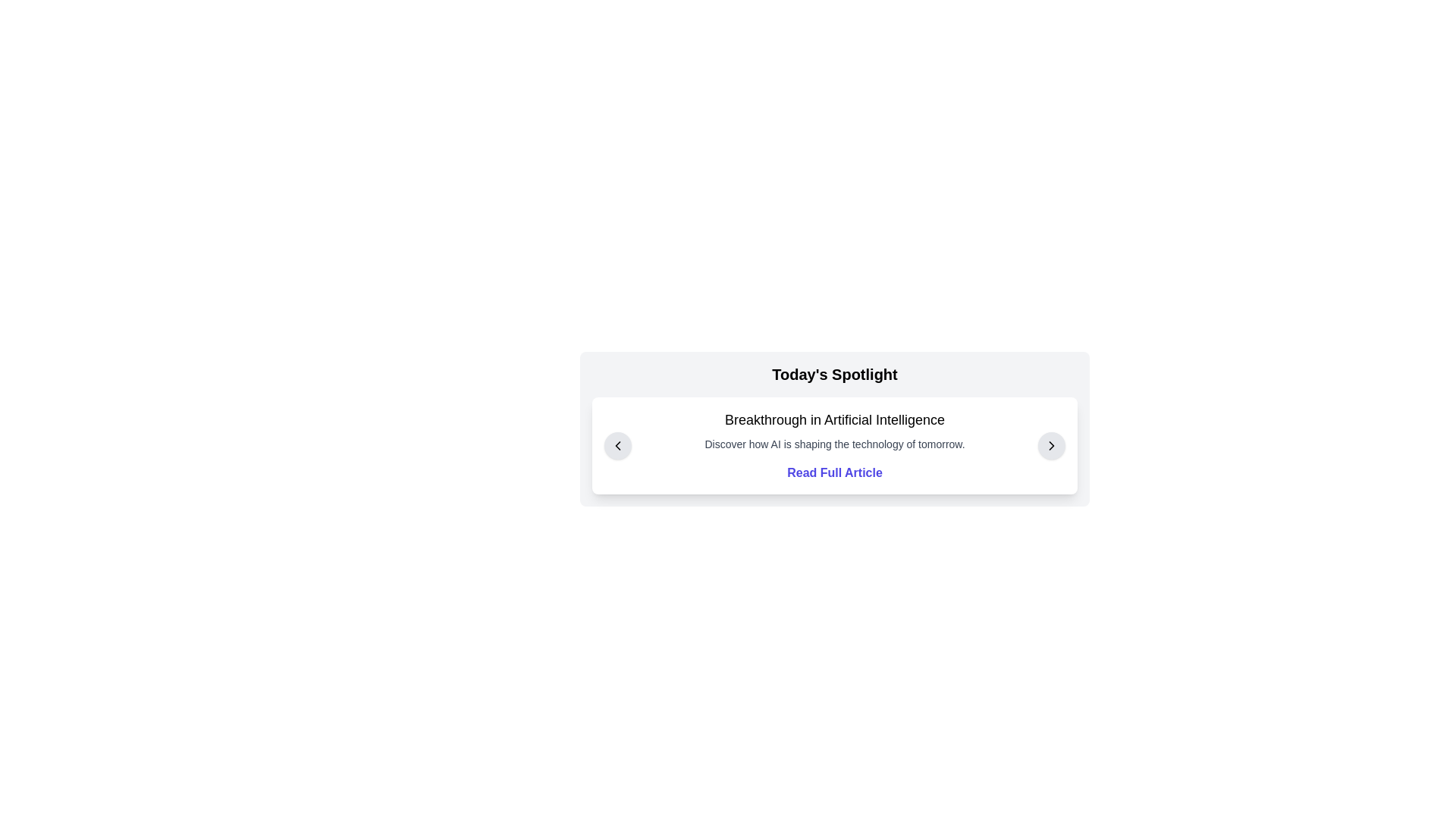  I want to click on the circular button with a gray background and a right-pointing chevron icon, so click(1051, 444).